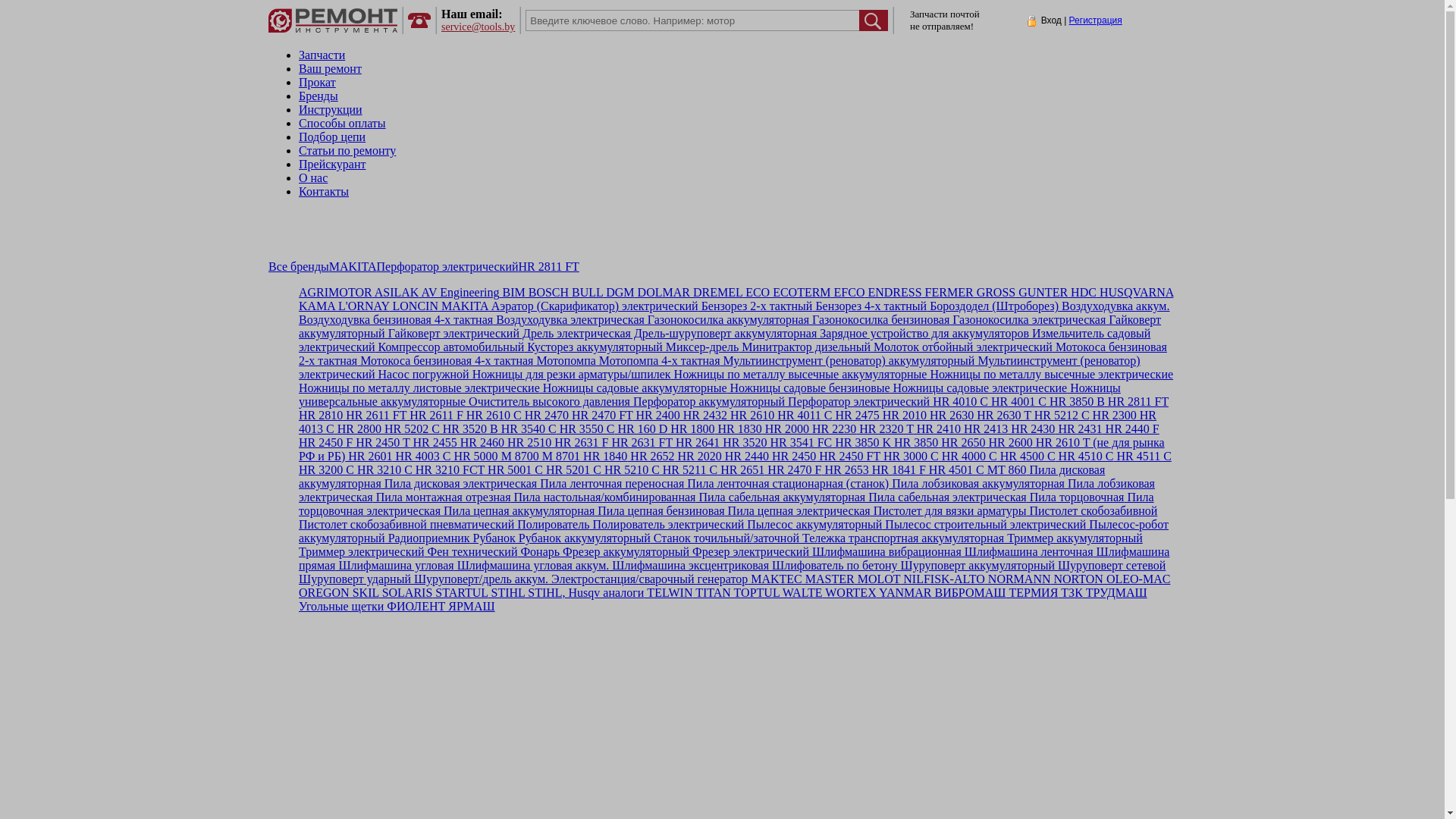 The image size is (1456, 819). I want to click on 'HR 2230', so click(808, 428).